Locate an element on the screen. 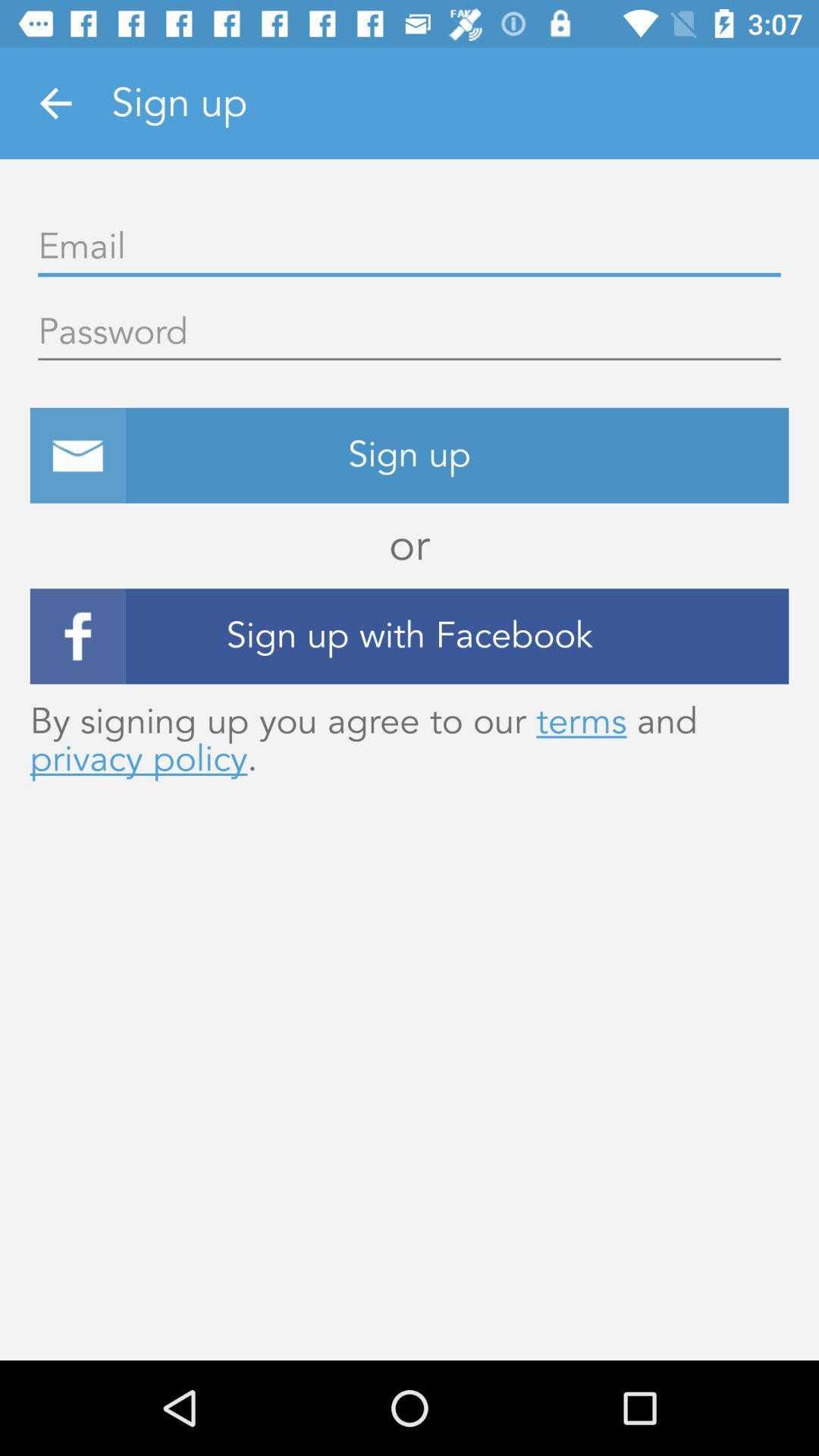  email to sign up is located at coordinates (409, 247).